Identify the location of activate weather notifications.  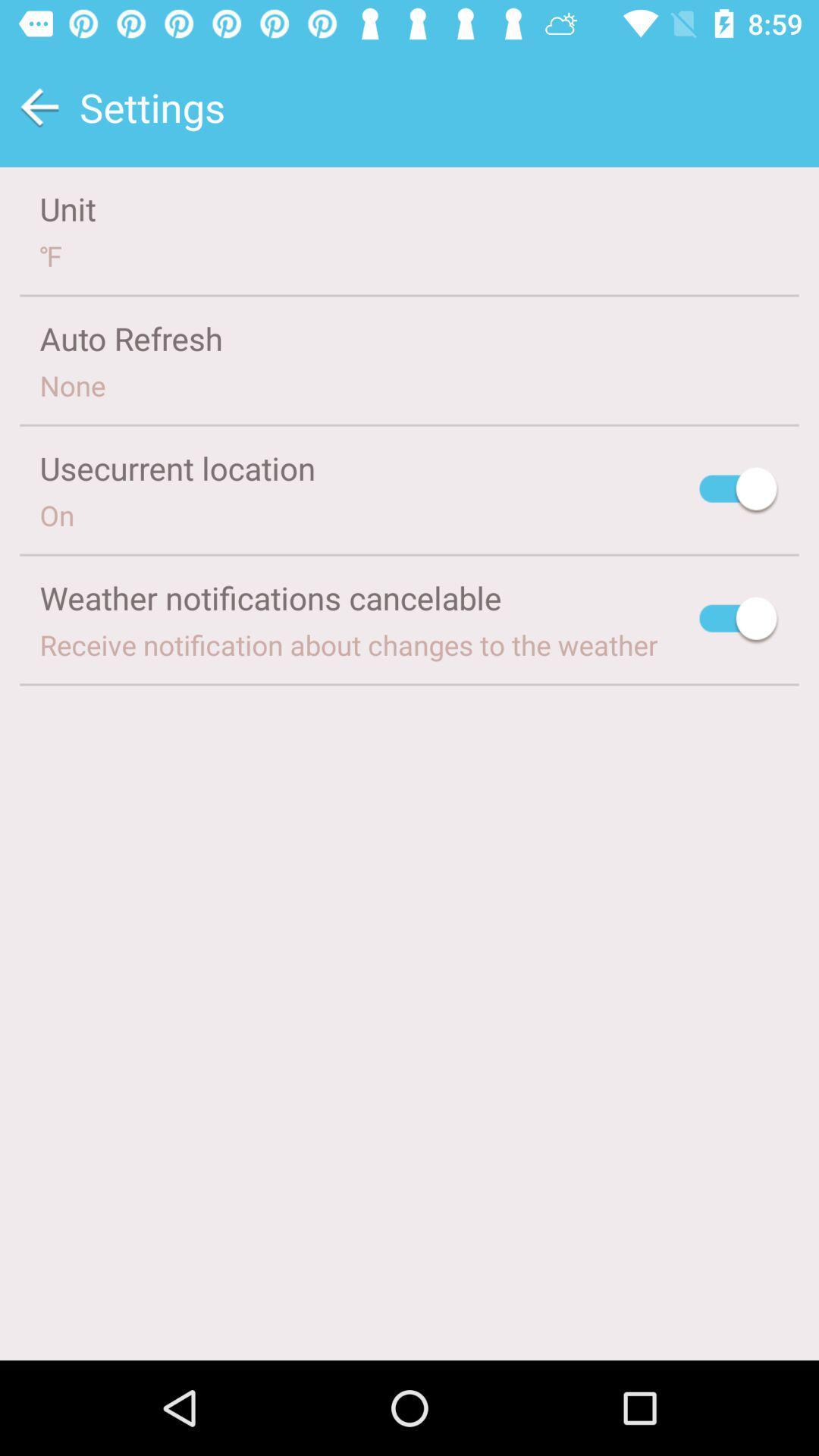
(739, 621).